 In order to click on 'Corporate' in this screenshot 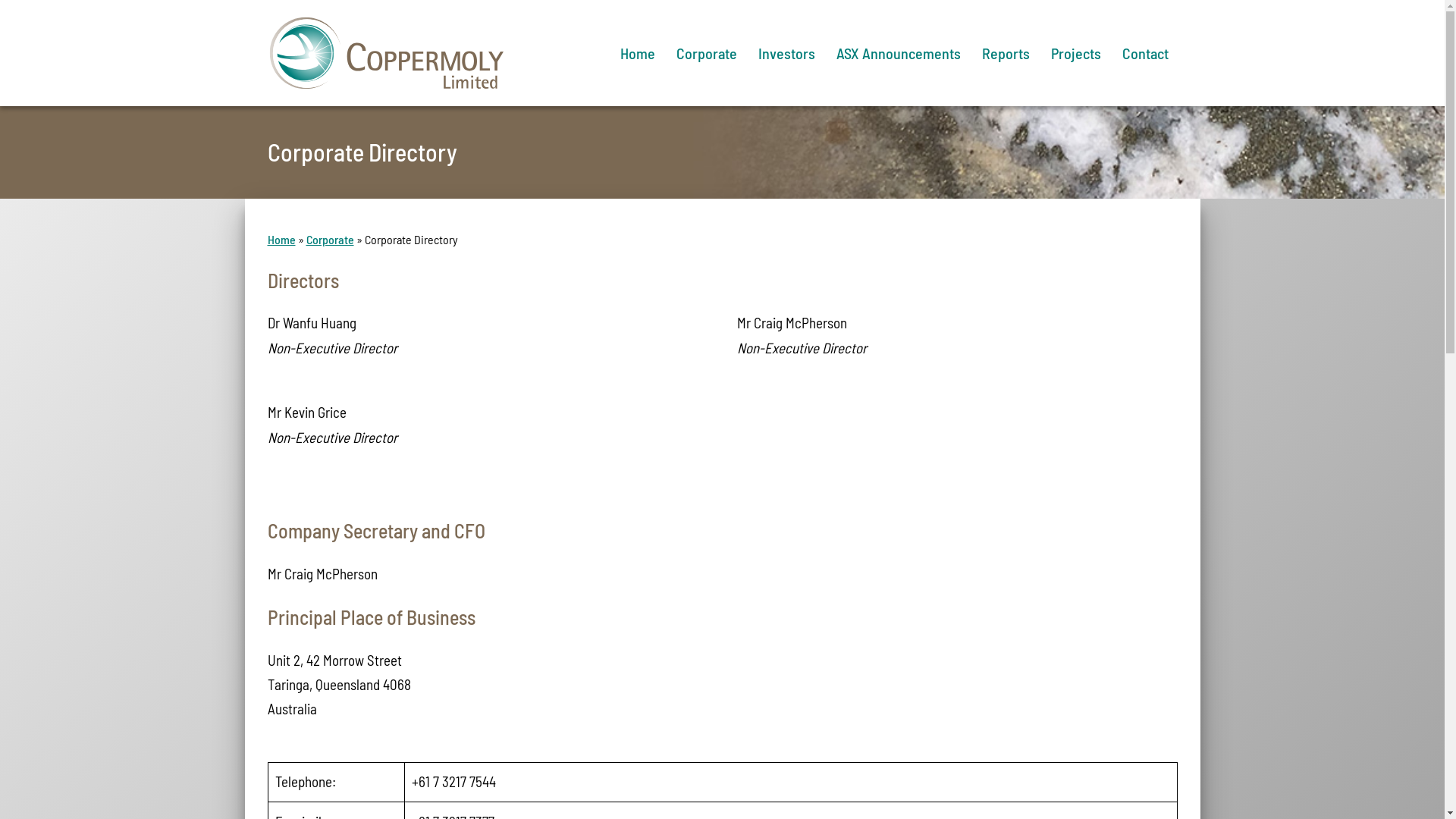, I will do `click(305, 239)`.